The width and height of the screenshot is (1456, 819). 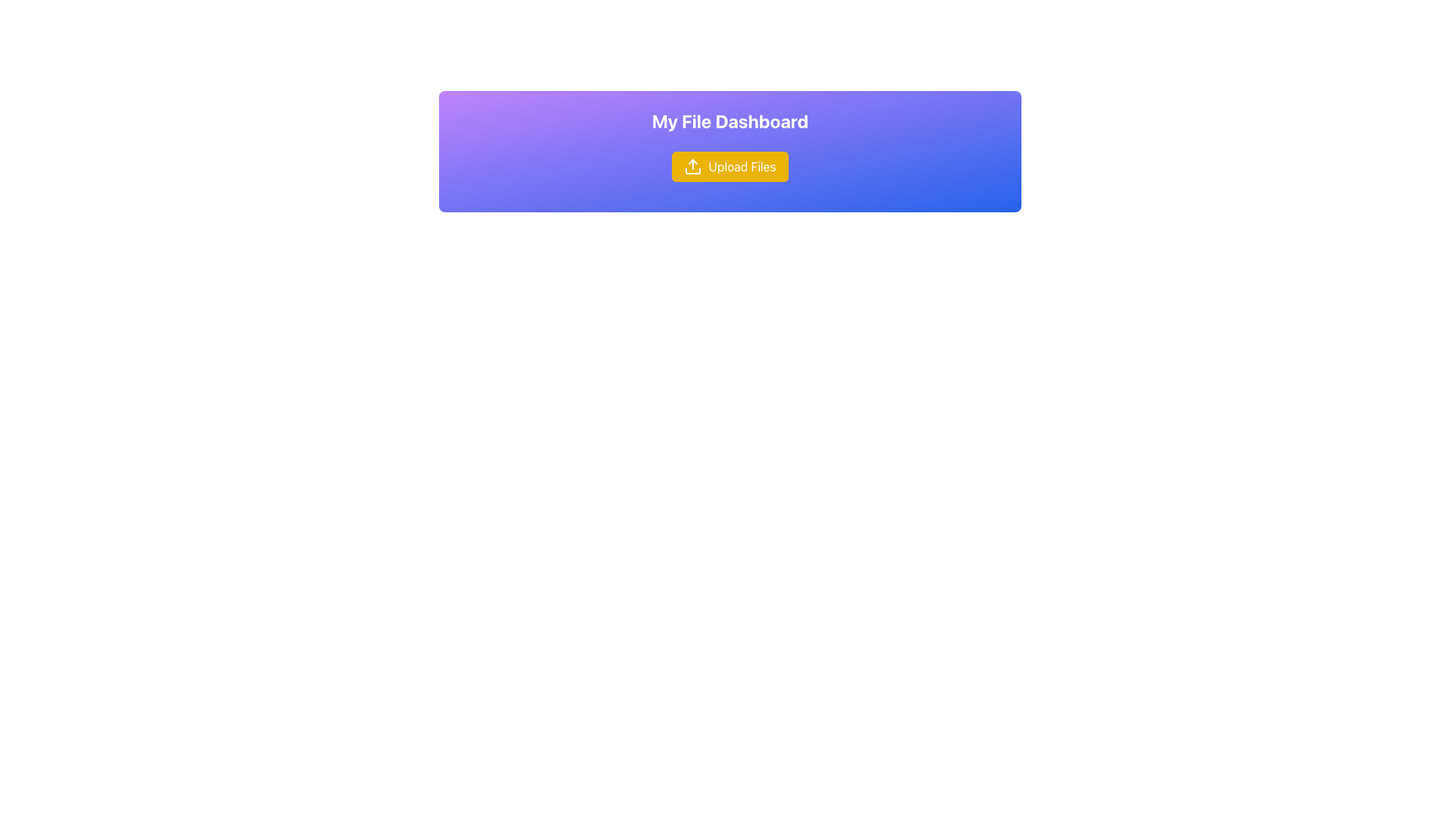 What do you see at coordinates (730, 166) in the screenshot?
I see `the 'Upload Files' button with a bright yellow background and an upward arrow icon` at bounding box center [730, 166].